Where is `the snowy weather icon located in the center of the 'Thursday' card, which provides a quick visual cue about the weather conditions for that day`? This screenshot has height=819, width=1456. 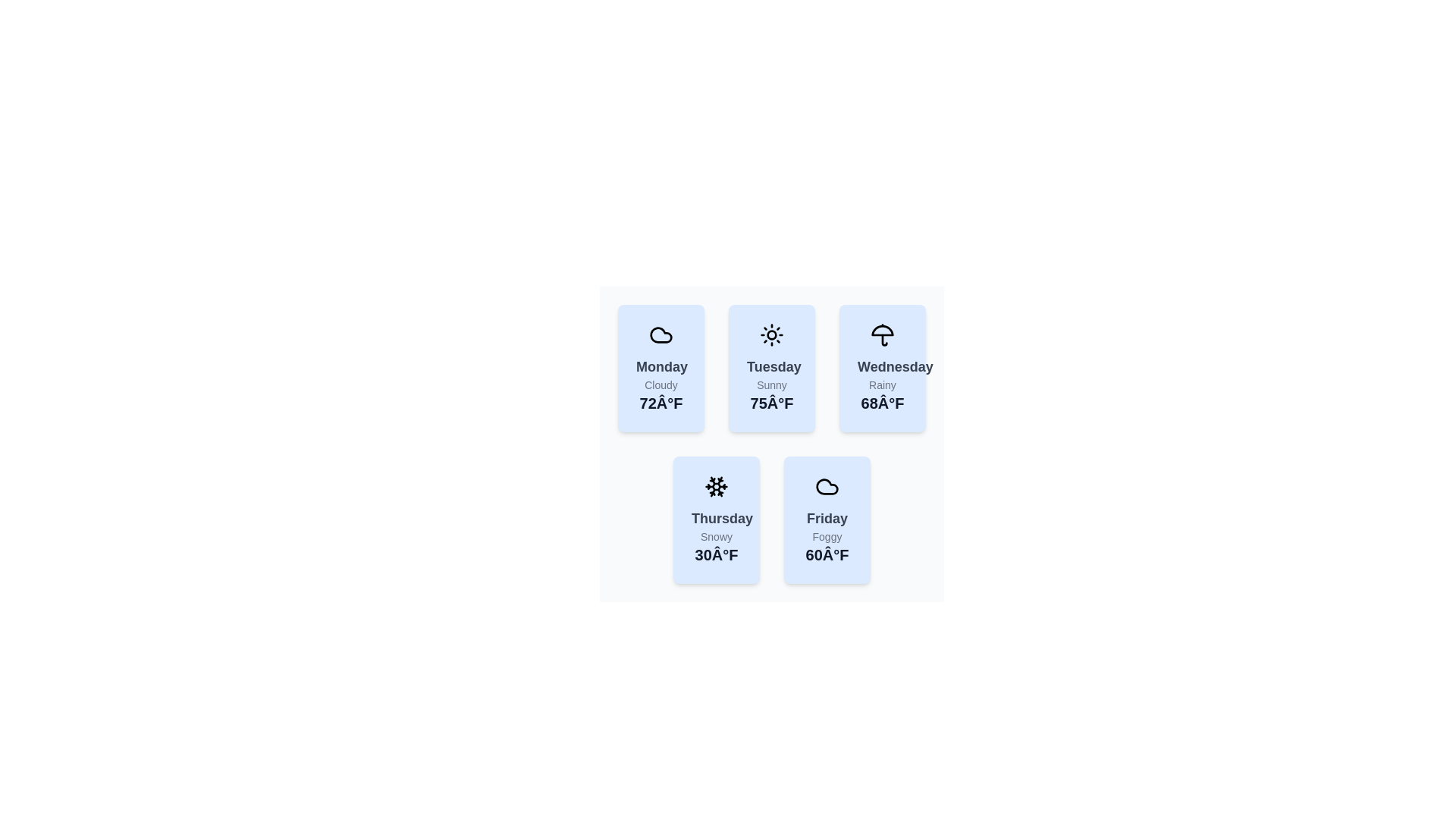
the snowy weather icon located in the center of the 'Thursday' card, which provides a quick visual cue about the weather conditions for that day is located at coordinates (716, 486).